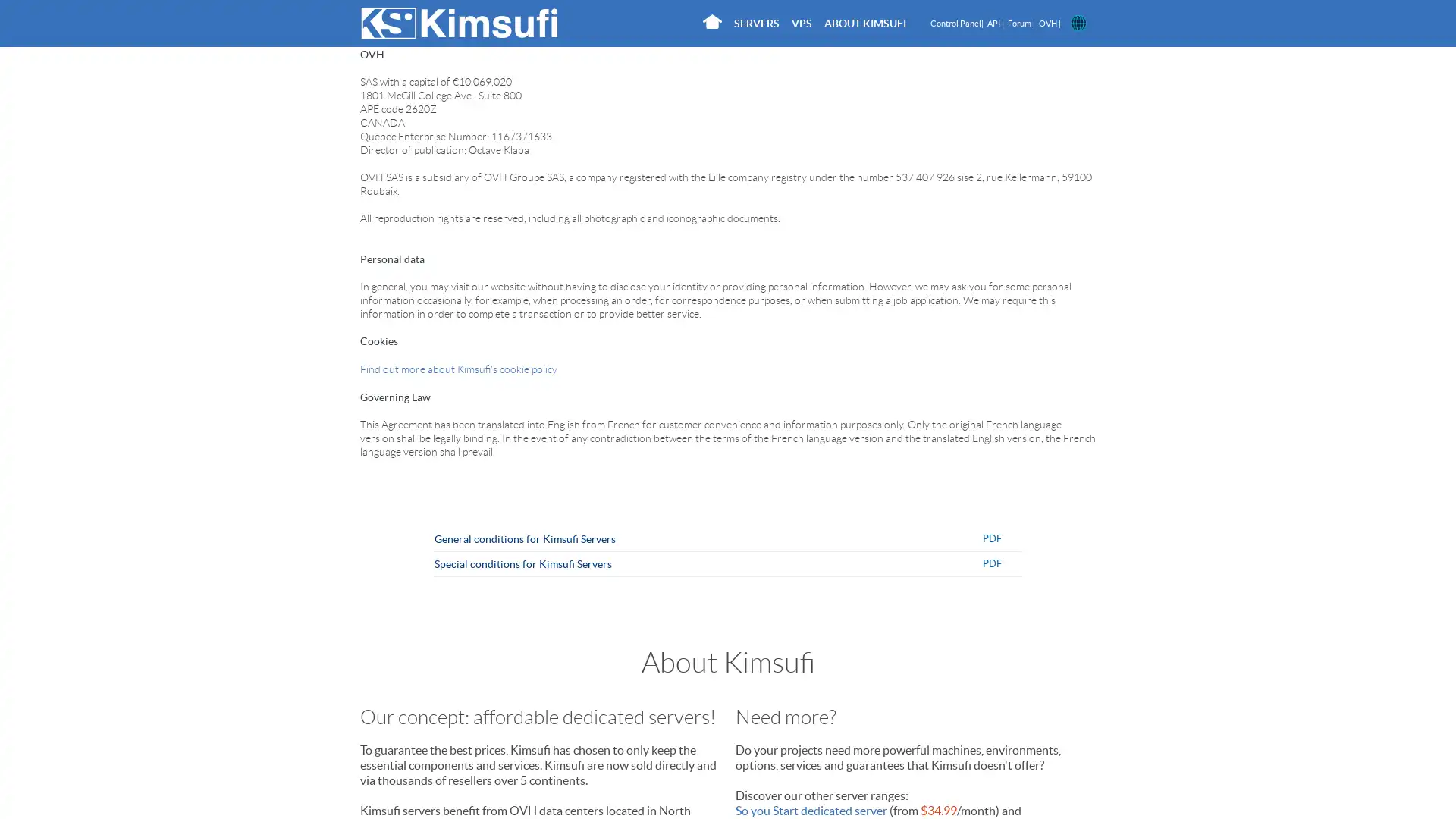 Image resolution: width=1456 pixels, height=819 pixels. What do you see at coordinates (910, 374) in the screenshot?
I see `Set` at bounding box center [910, 374].